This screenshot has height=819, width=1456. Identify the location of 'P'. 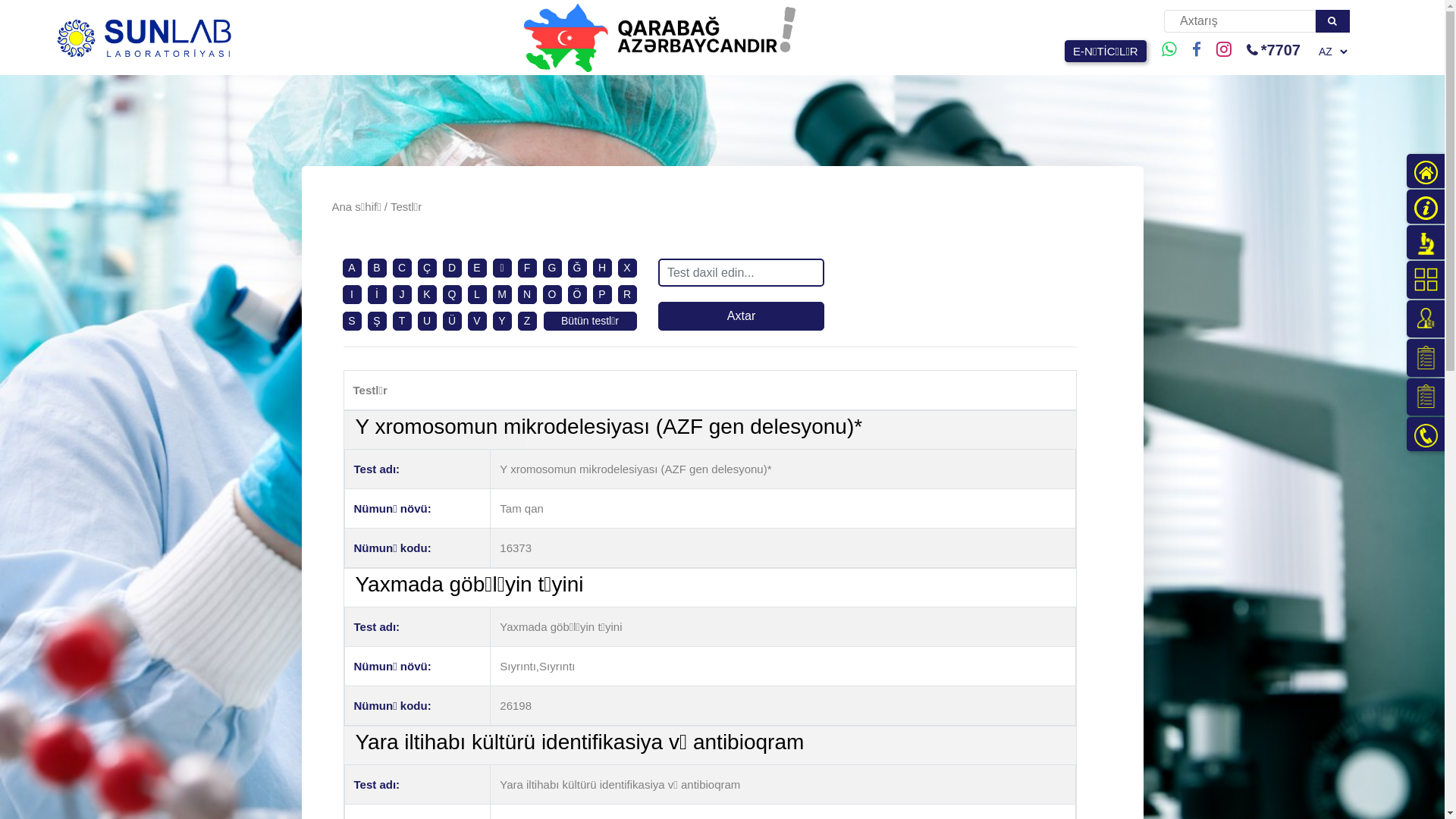
(601, 294).